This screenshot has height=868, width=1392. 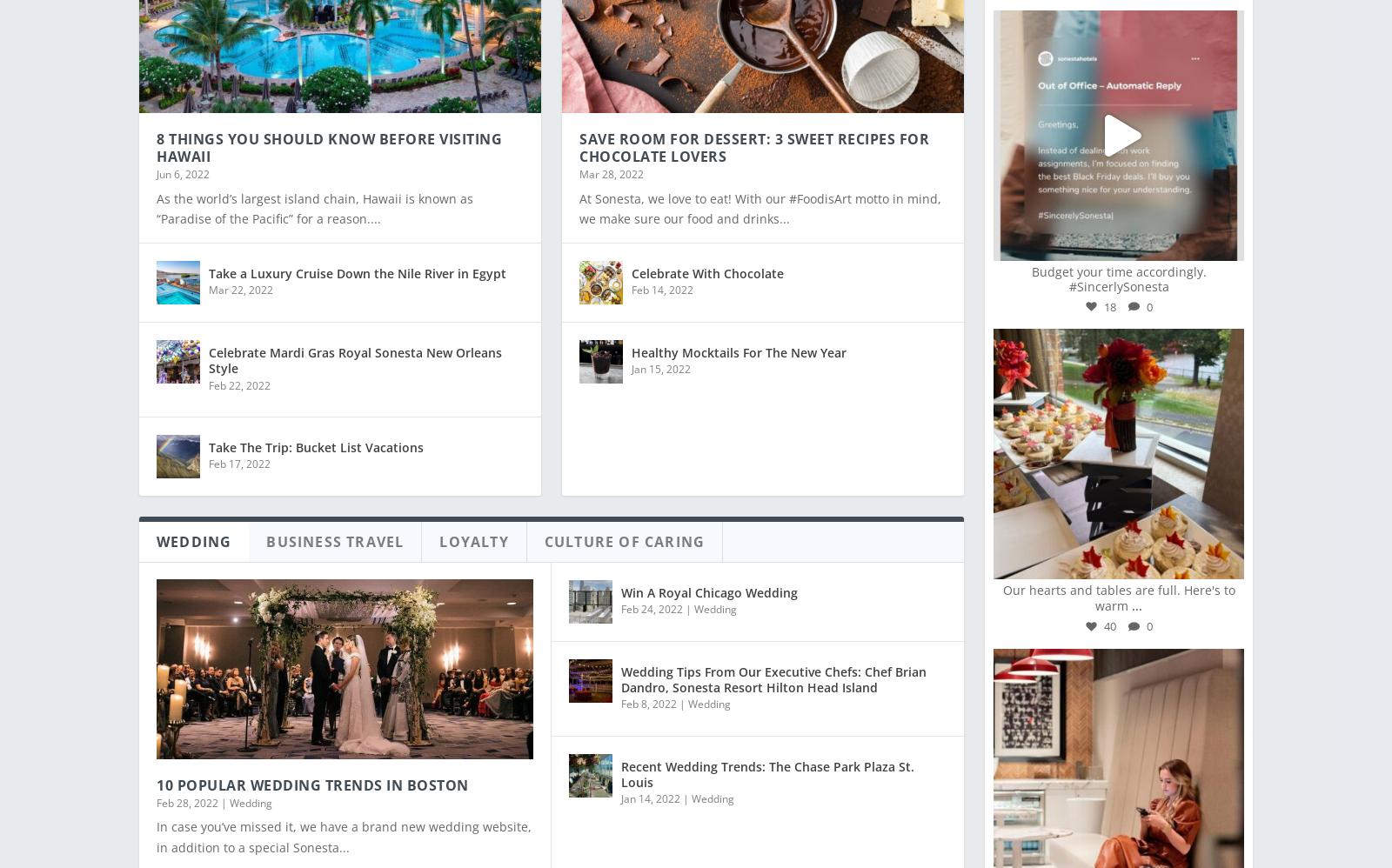 What do you see at coordinates (187, 250) in the screenshot?
I see `'Apr 10, 2022'` at bounding box center [187, 250].